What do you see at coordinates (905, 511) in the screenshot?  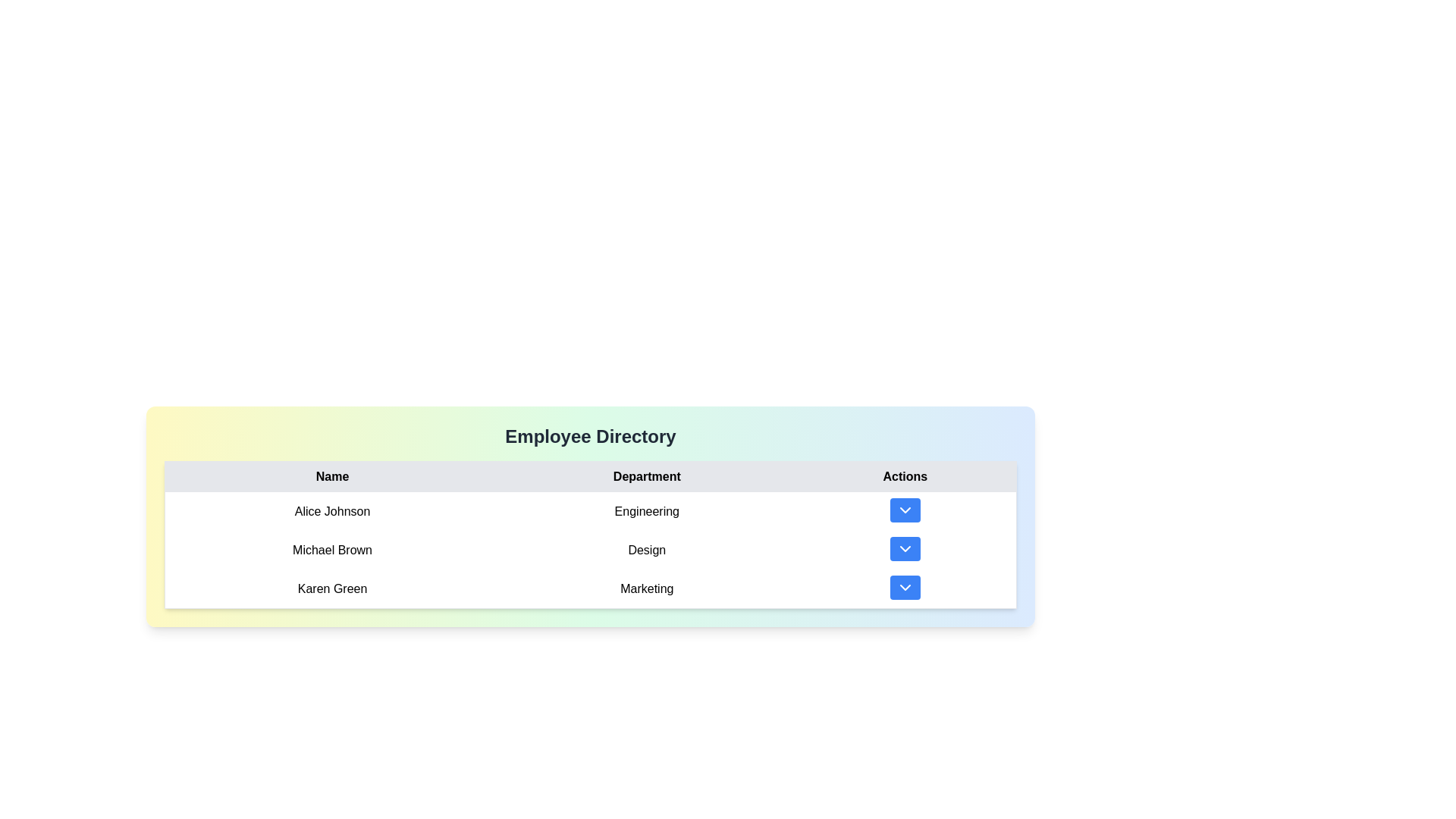 I see `the action button in the 'Actions' column for the 'Alice Johnson' row in the 'Employee Directory' table to trigger the hover effect` at bounding box center [905, 511].